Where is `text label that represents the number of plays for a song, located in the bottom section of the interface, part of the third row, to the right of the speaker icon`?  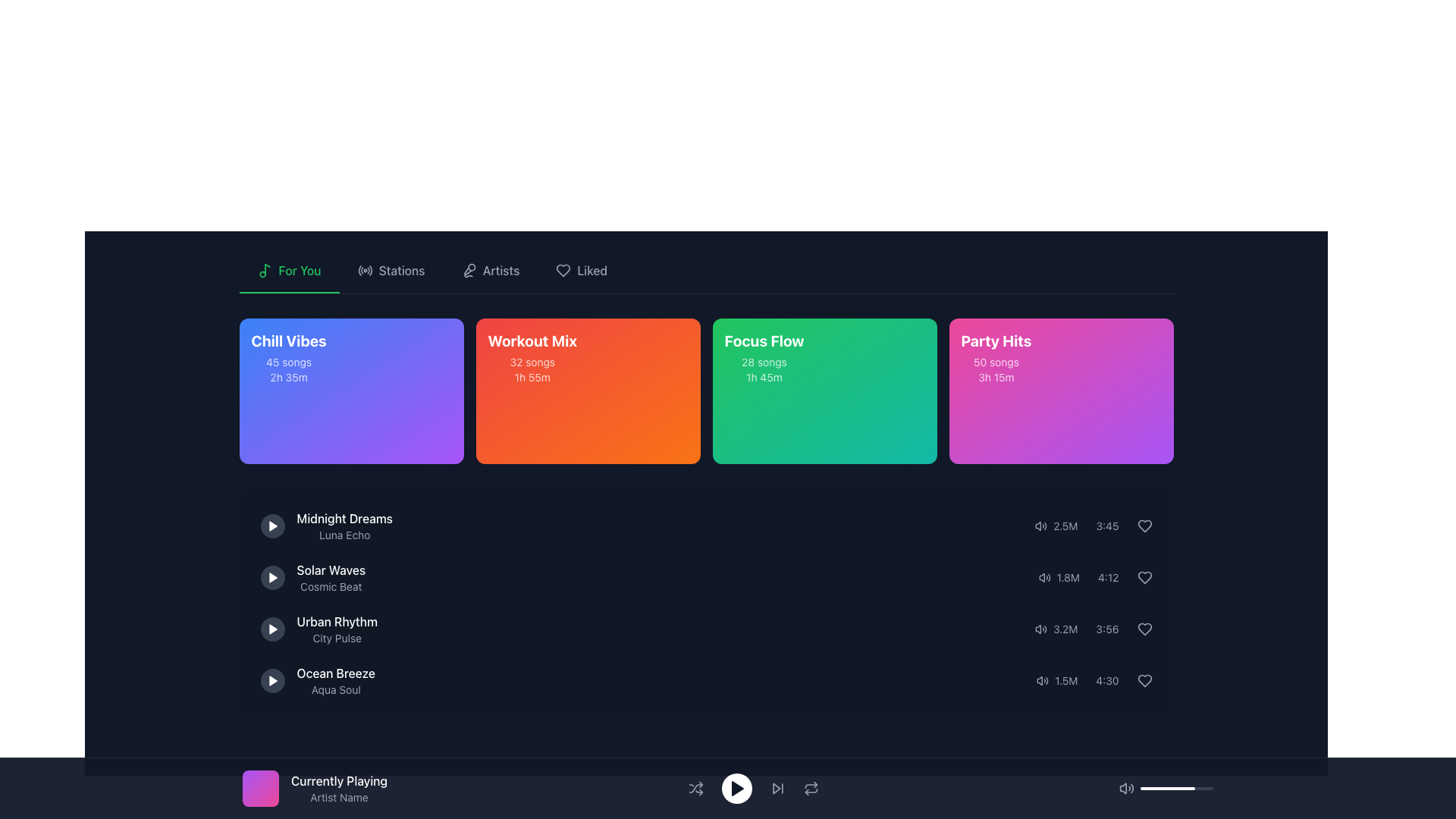
text label that represents the number of plays for a song, located in the bottom section of the interface, part of the third row, to the right of the speaker icon is located at coordinates (1065, 629).